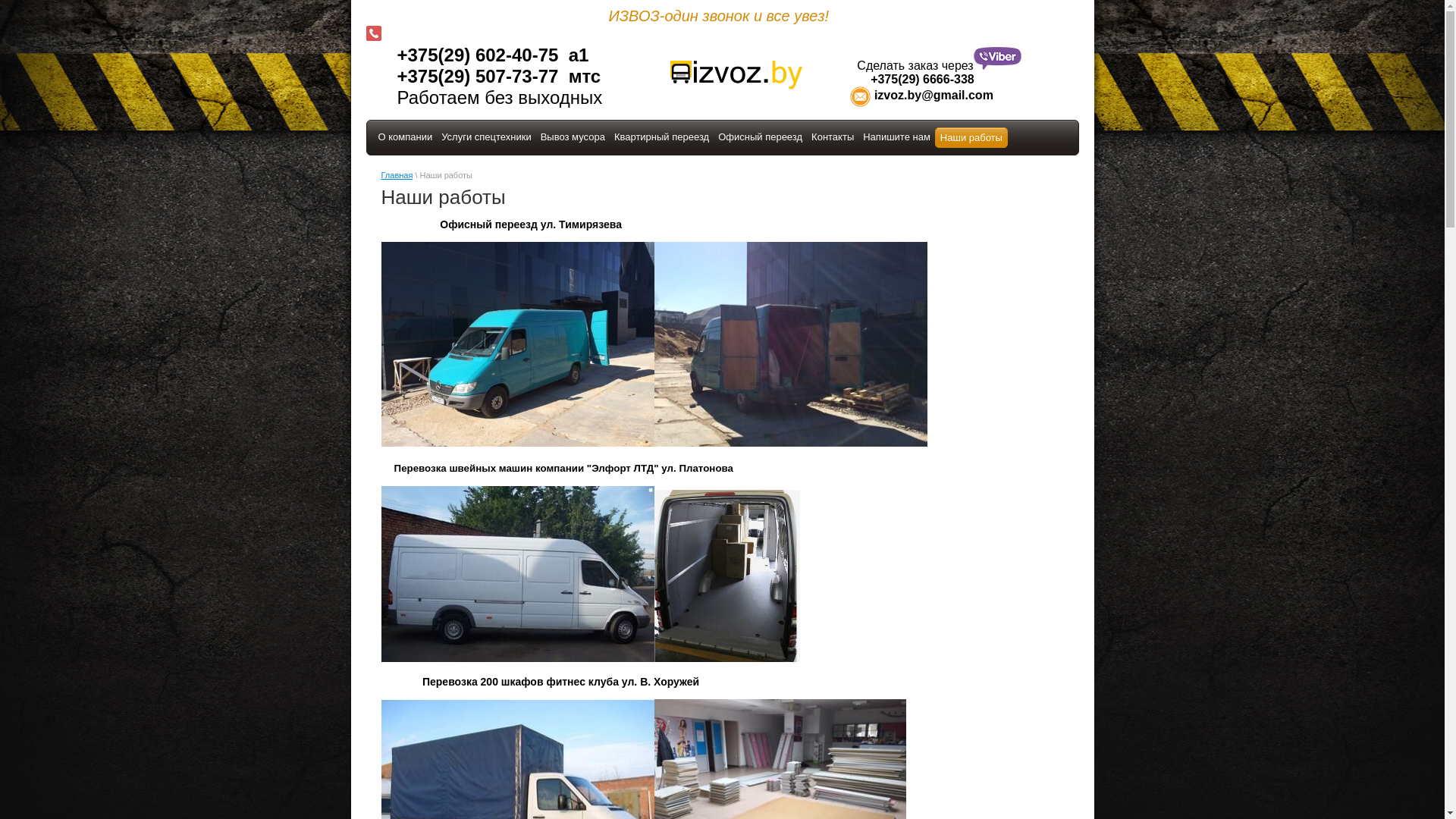 This screenshot has height=819, width=1456. Describe the element at coordinates (911, 79) in the screenshot. I see `'      +375(29) 6666-338'` at that location.